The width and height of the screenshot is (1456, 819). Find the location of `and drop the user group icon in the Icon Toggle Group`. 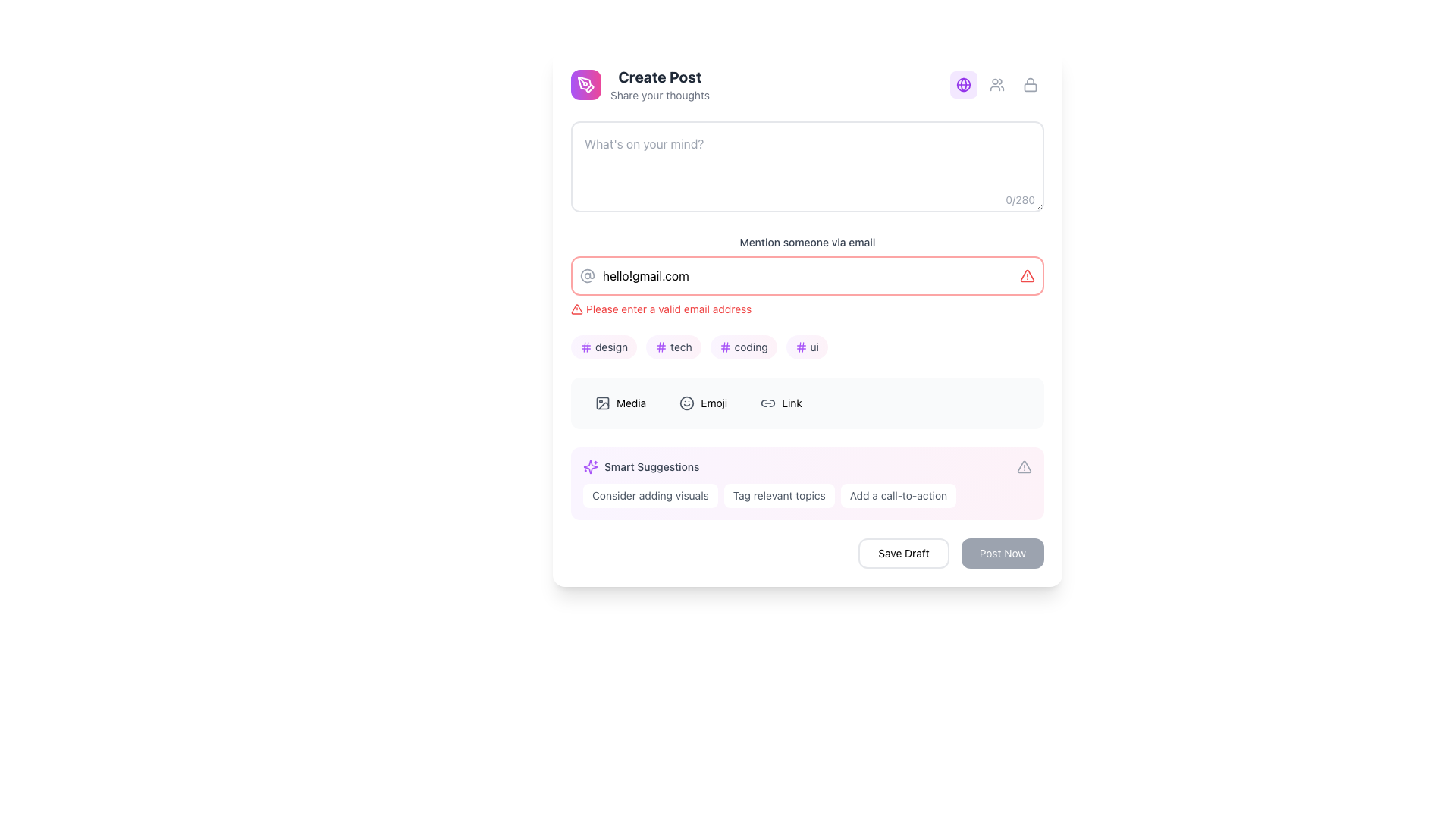

and drop the user group icon in the Icon Toggle Group is located at coordinates (997, 84).